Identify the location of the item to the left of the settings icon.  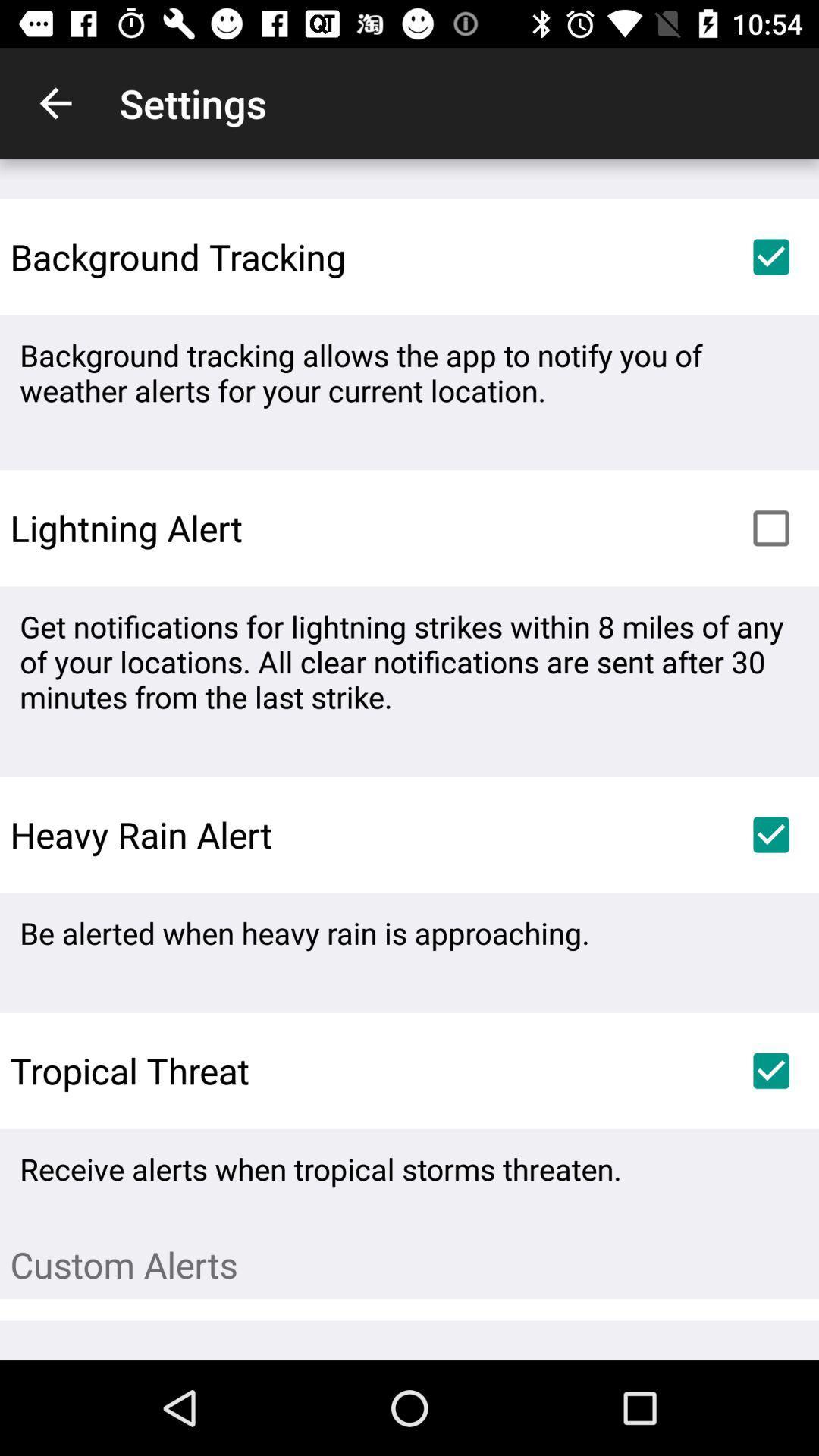
(55, 102).